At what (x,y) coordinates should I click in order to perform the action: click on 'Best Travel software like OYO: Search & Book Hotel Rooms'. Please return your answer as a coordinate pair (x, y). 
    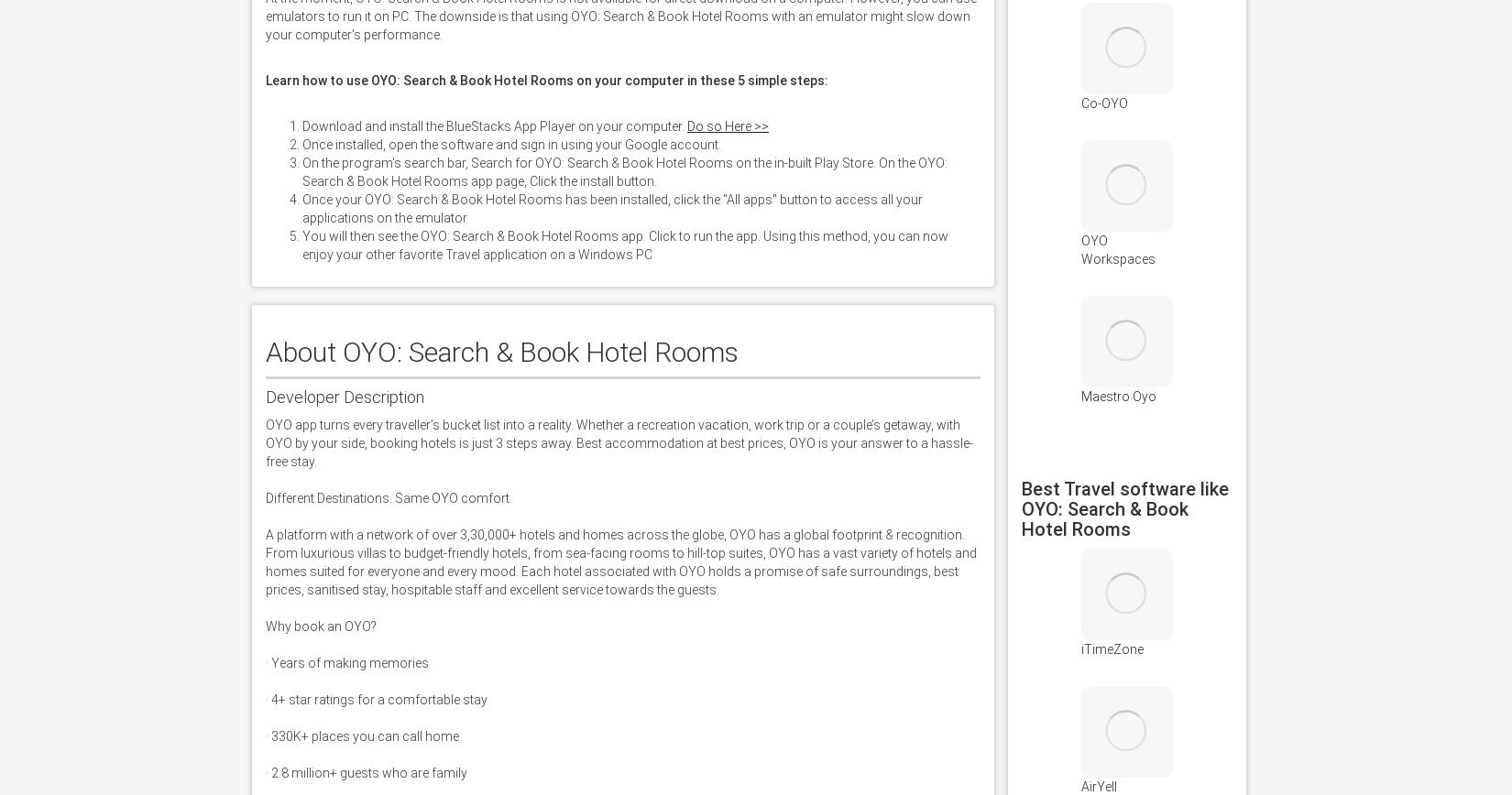
    Looking at the image, I should click on (1124, 509).